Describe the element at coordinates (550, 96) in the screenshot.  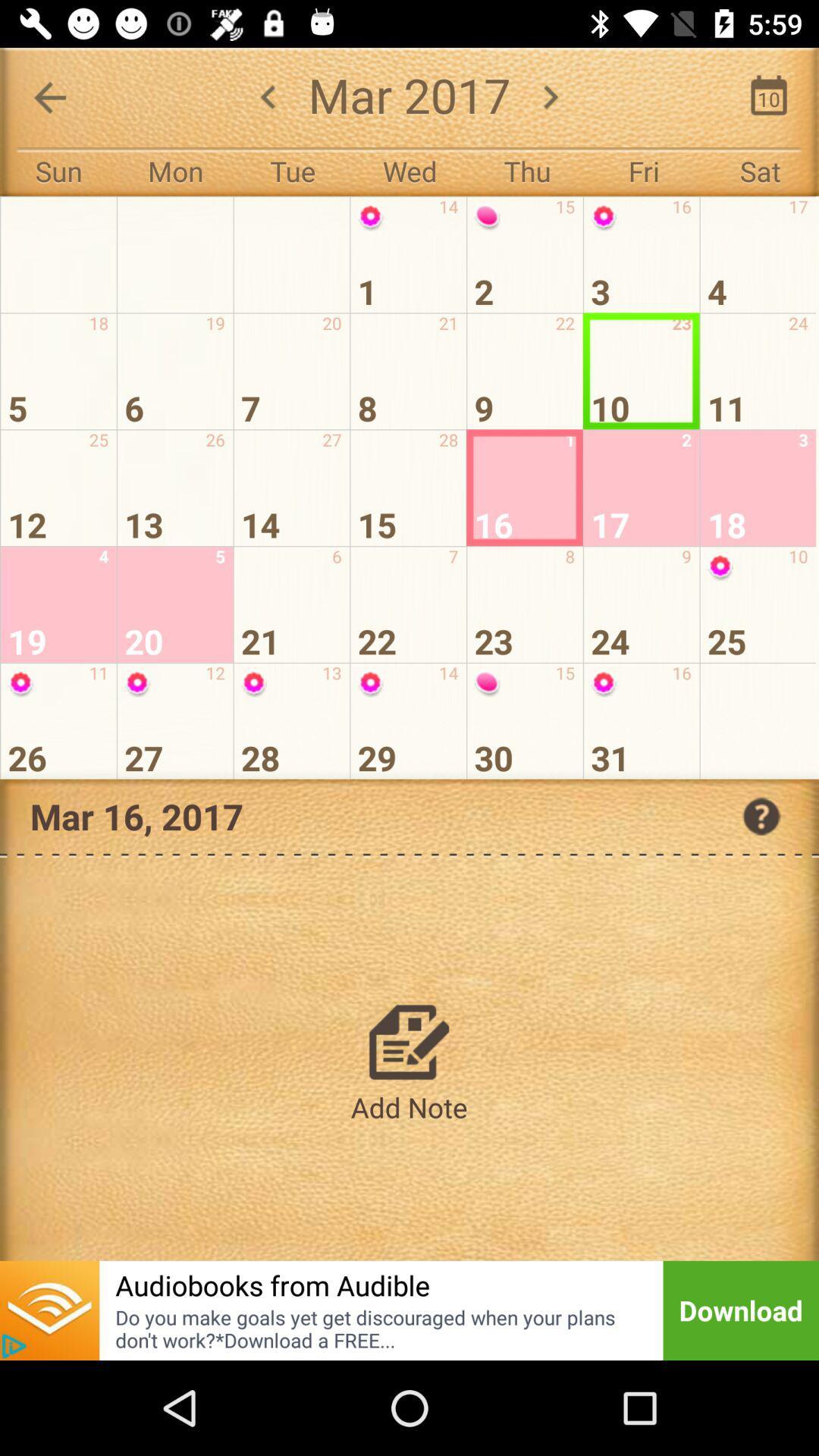
I see `the arrow_forward icon` at that location.